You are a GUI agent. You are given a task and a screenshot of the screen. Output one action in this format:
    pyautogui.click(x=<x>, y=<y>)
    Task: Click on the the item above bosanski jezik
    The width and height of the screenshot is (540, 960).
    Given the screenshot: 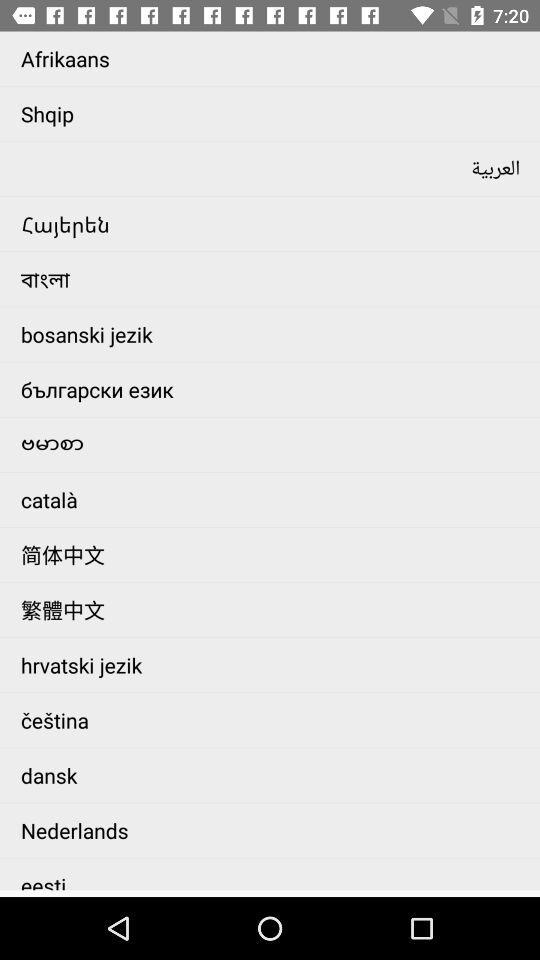 What is the action you would take?
    pyautogui.click(x=274, y=278)
    